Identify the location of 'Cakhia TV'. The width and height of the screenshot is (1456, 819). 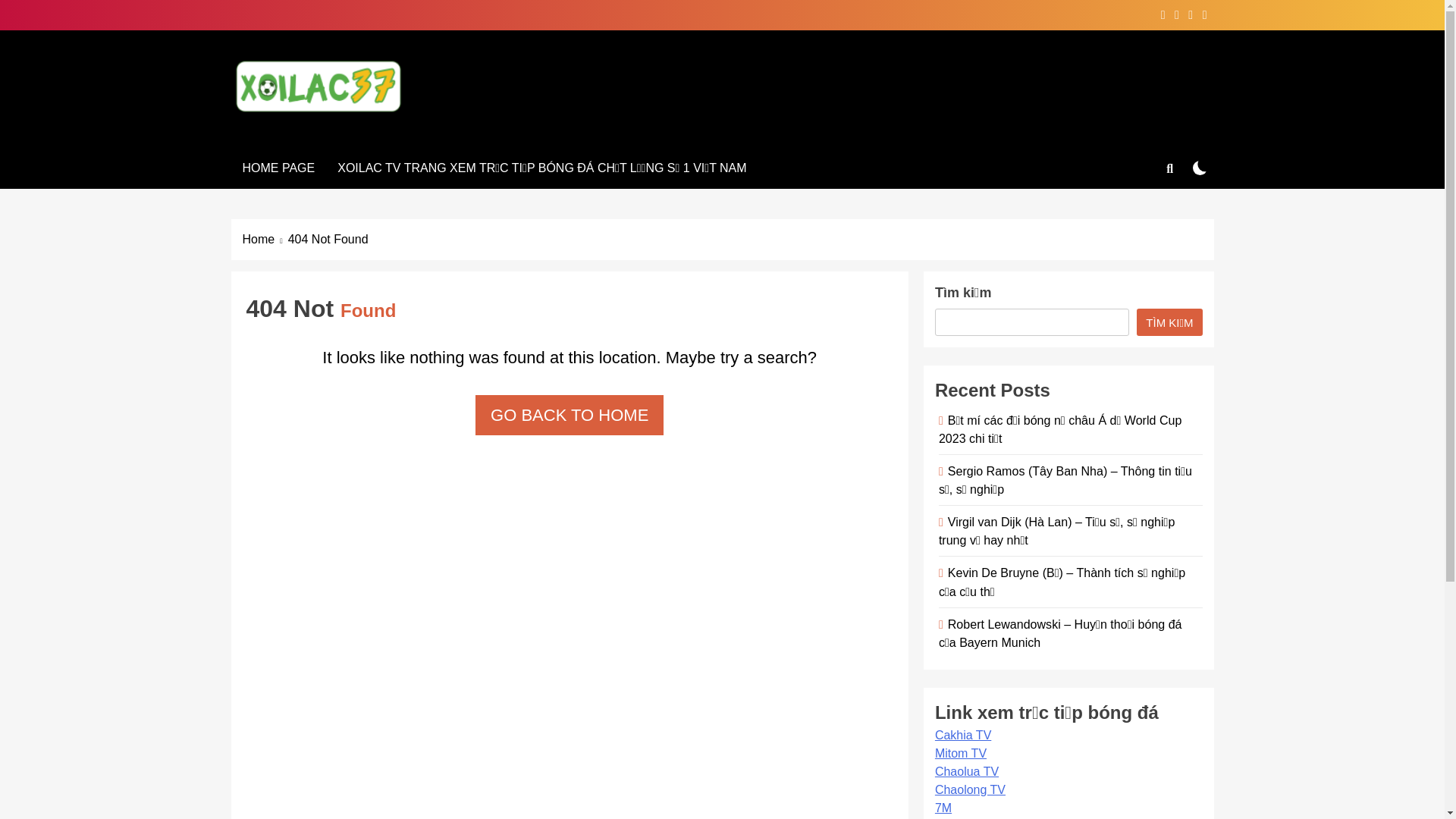
(962, 734).